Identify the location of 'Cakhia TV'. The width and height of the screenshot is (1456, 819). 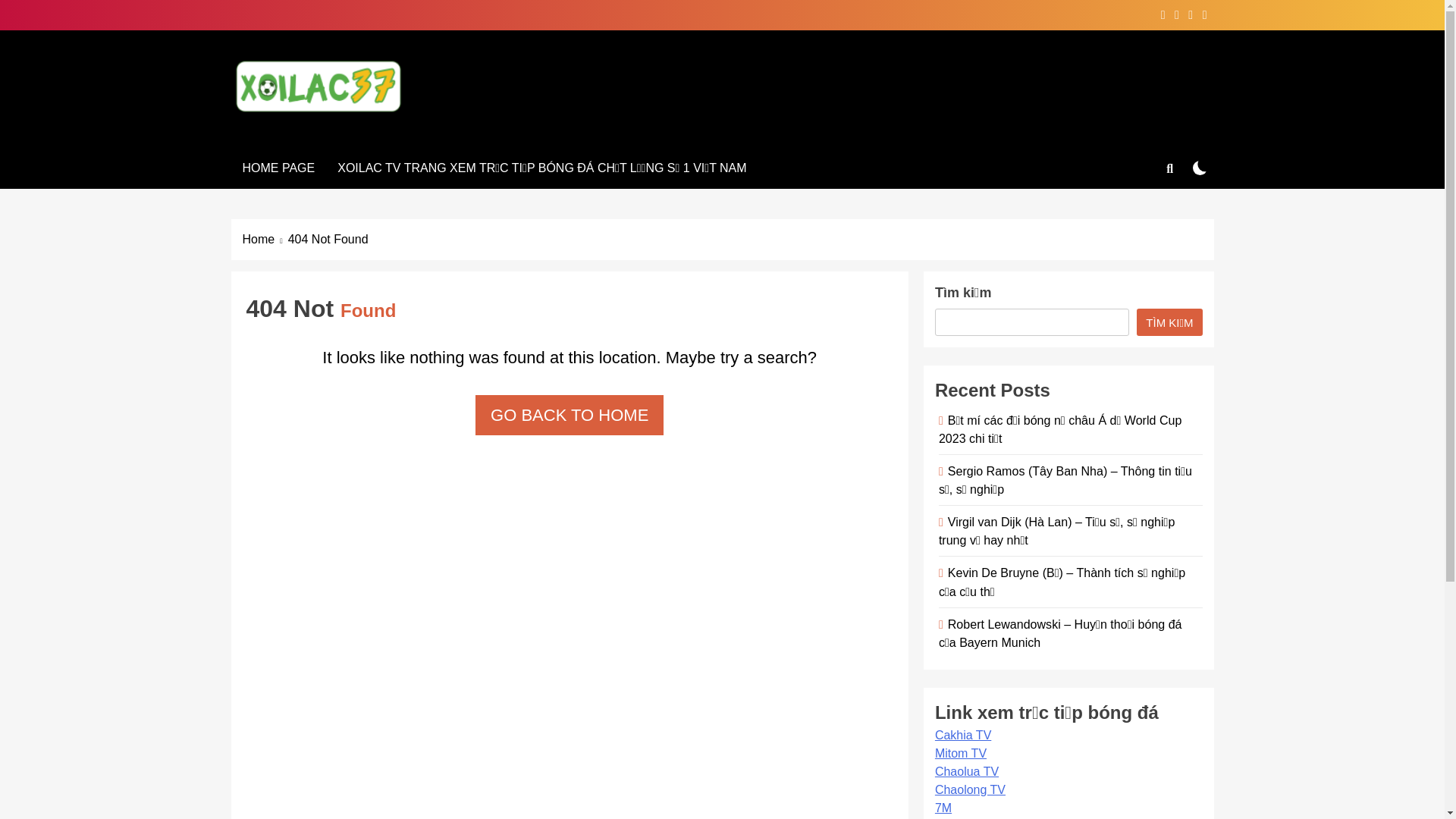
(962, 734).